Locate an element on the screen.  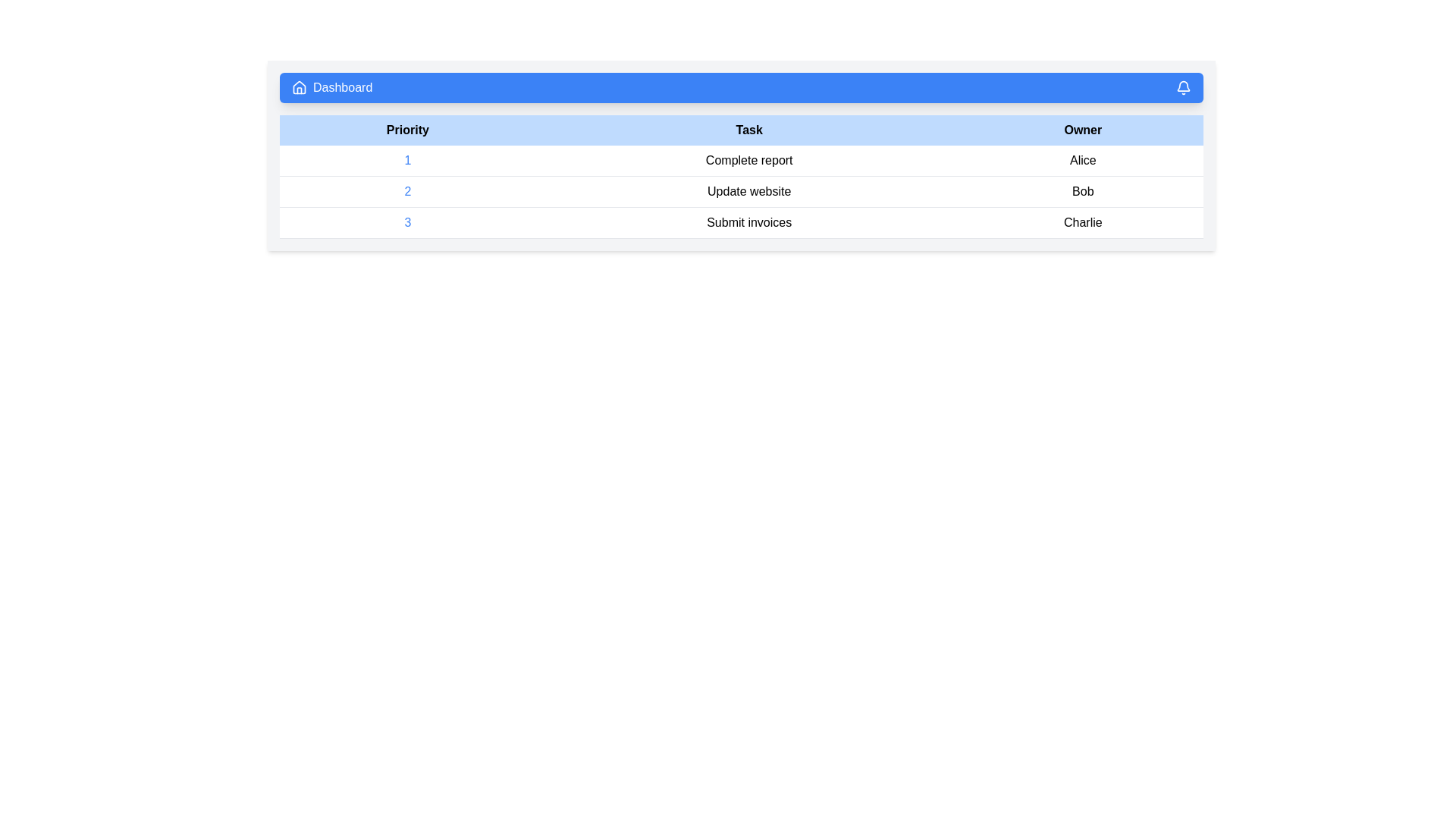
the text label 'Update website' located in the second row of the table under the 'Task' column, which is styled with padding and surrounded by white space is located at coordinates (749, 191).